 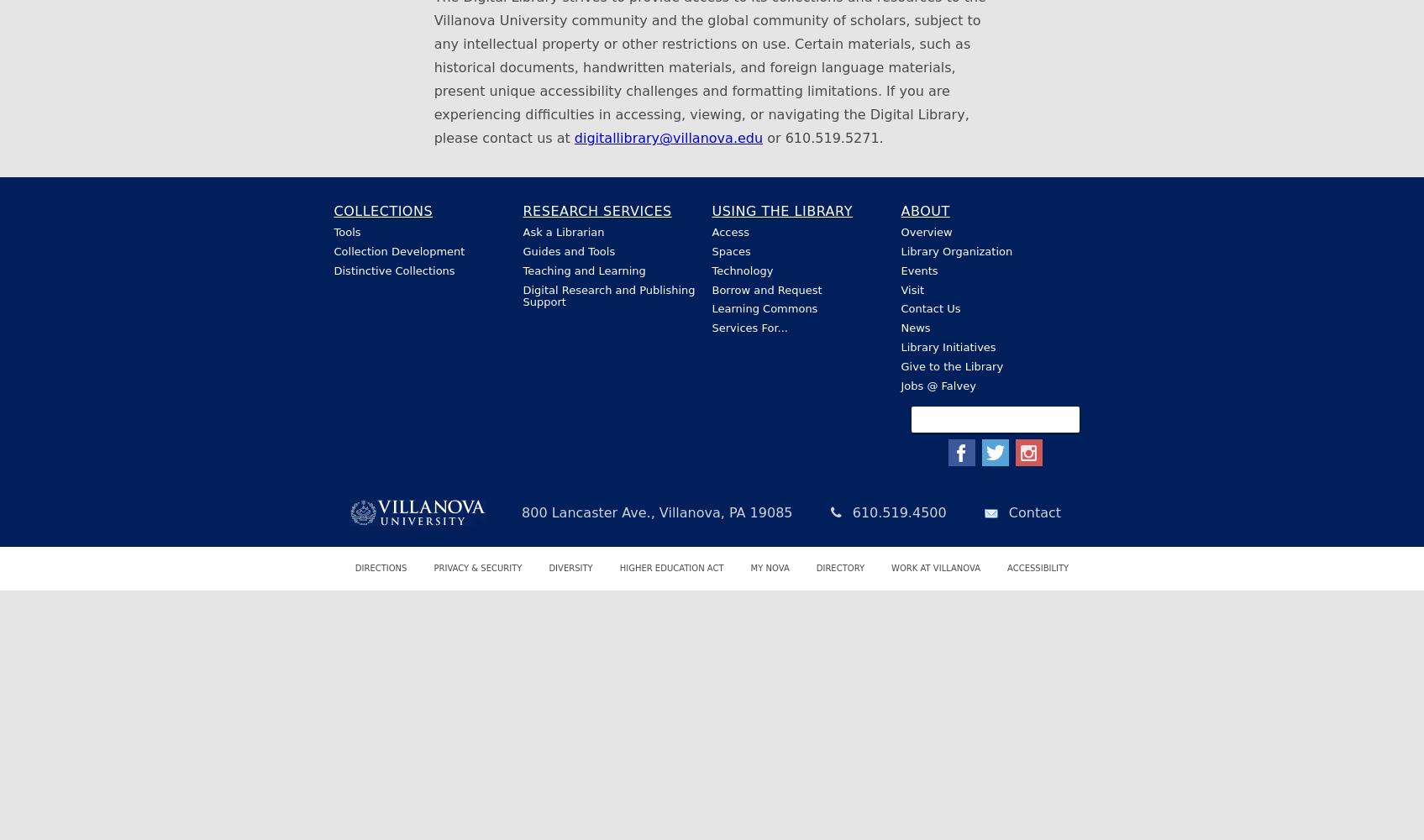 I want to click on 'Privacy & Security', so click(x=477, y=568).